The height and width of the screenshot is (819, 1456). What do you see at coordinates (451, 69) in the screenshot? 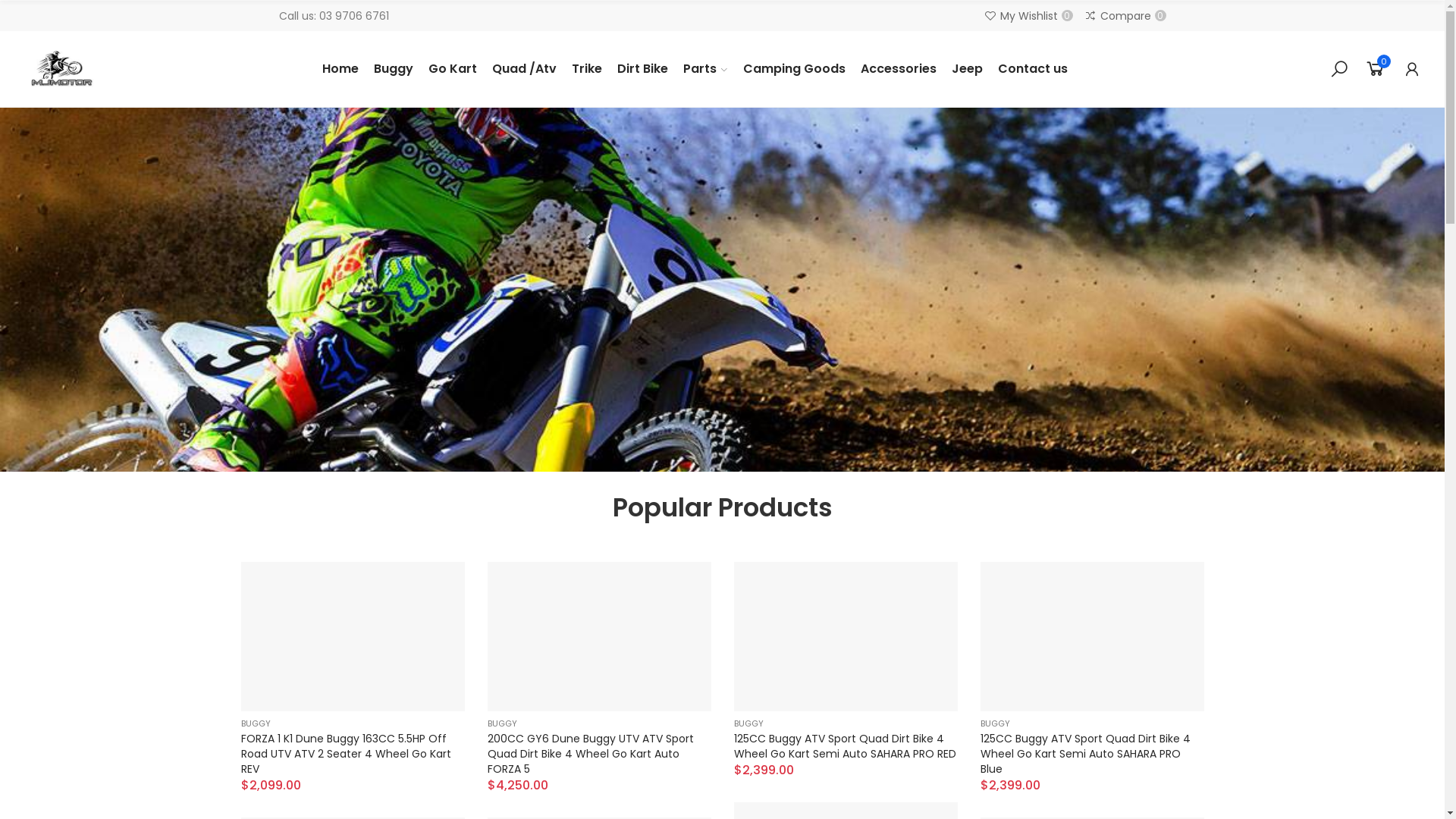
I see `'Go Kart'` at bounding box center [451, 69].